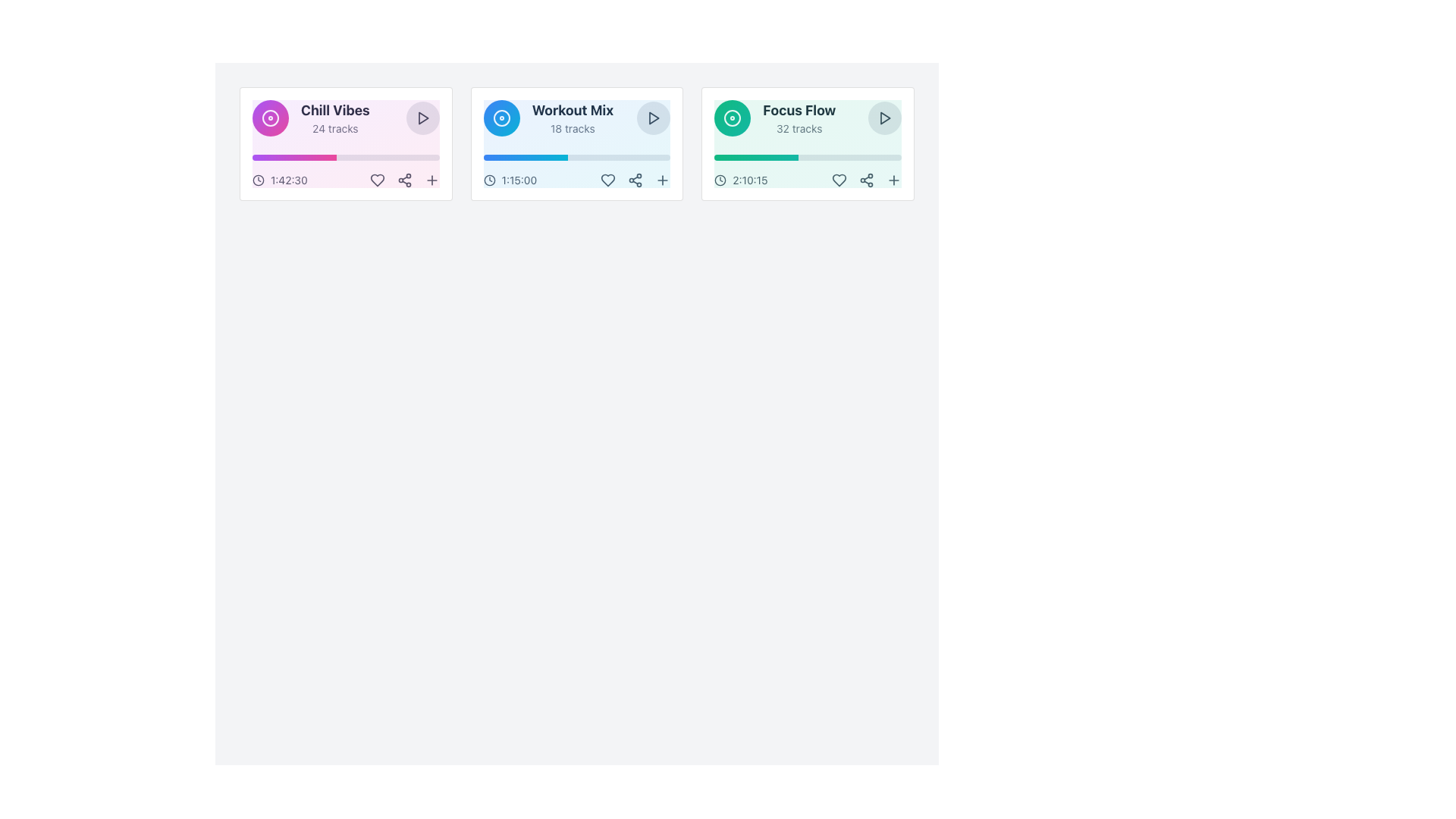 The image size is (1456, 819). I want to click on the informational label displaying '32 tracks' located within the 'Focus Flow' card, positioned centrally below the title text 'Focus Flow', so click(799, 127).